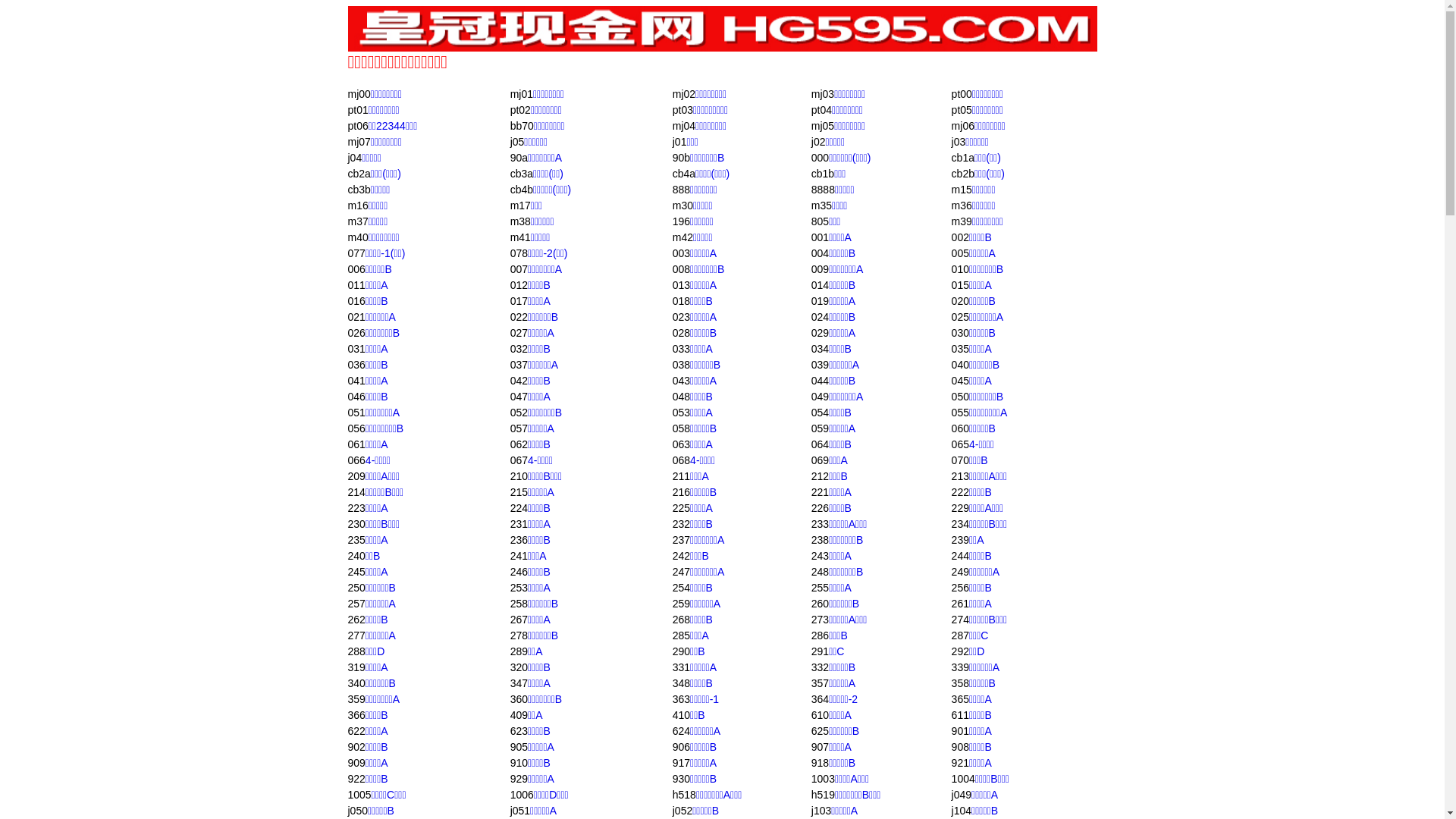 The height and width of the screenshot is (819, 1456). Describe the element at coordinates (355, 620) in the screenshot. I see `'262'` at that location.